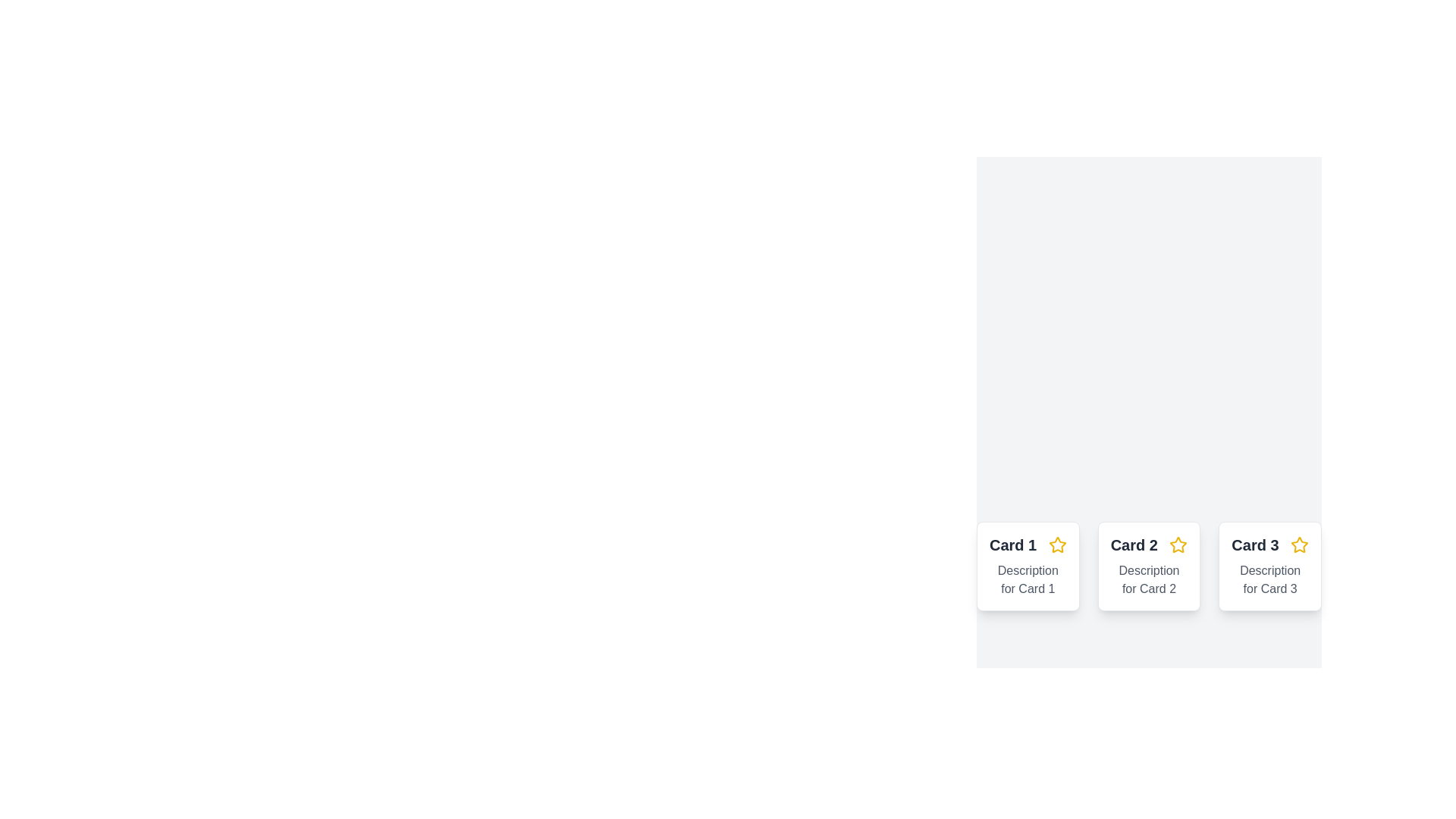  I want to click on title text located at the top of the center card in a three-card row layout, so click(1149, 544).